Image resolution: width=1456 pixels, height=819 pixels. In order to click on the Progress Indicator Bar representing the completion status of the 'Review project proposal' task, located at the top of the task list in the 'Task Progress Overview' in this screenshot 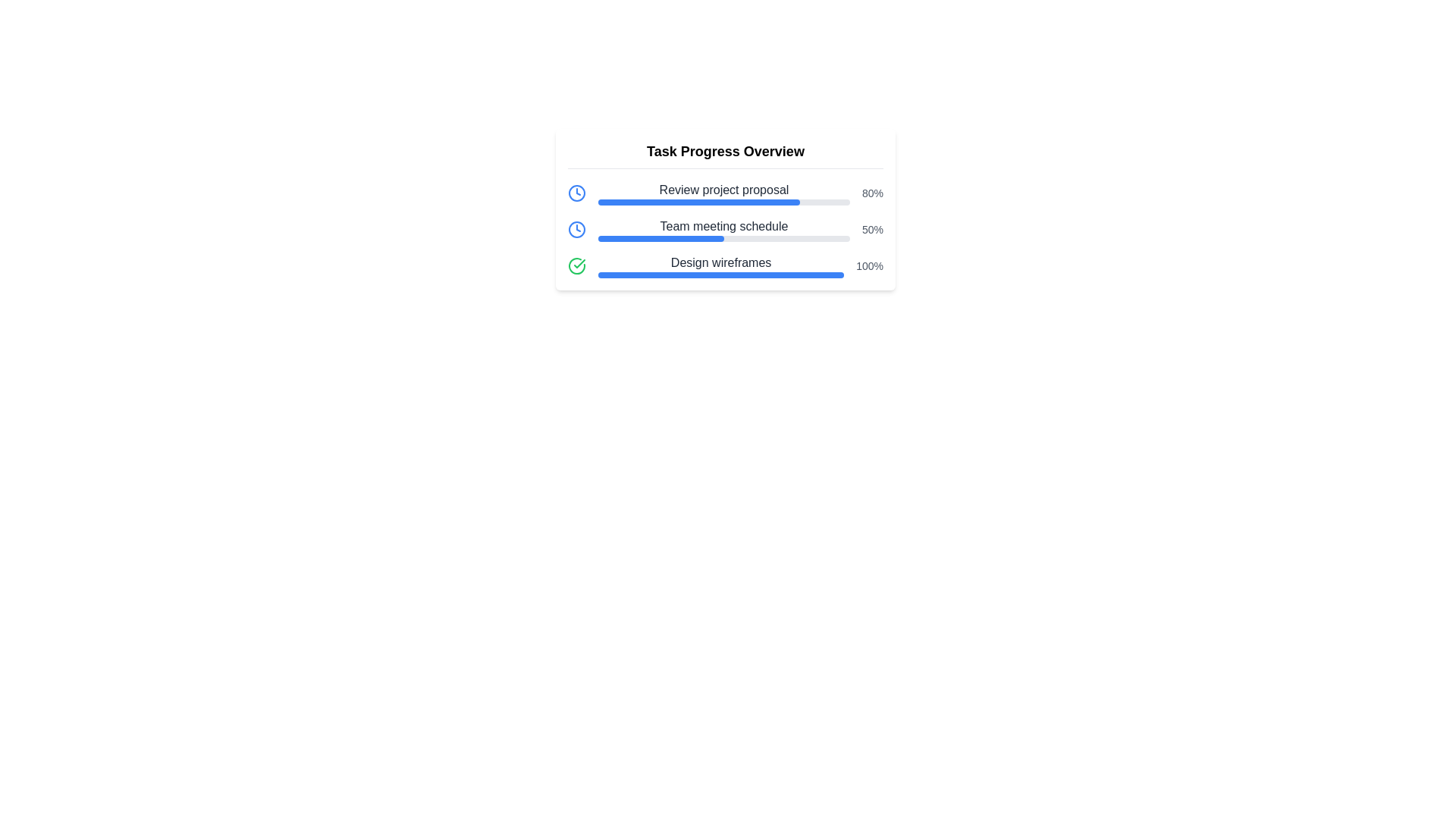, I will do `click(723, 201)`.